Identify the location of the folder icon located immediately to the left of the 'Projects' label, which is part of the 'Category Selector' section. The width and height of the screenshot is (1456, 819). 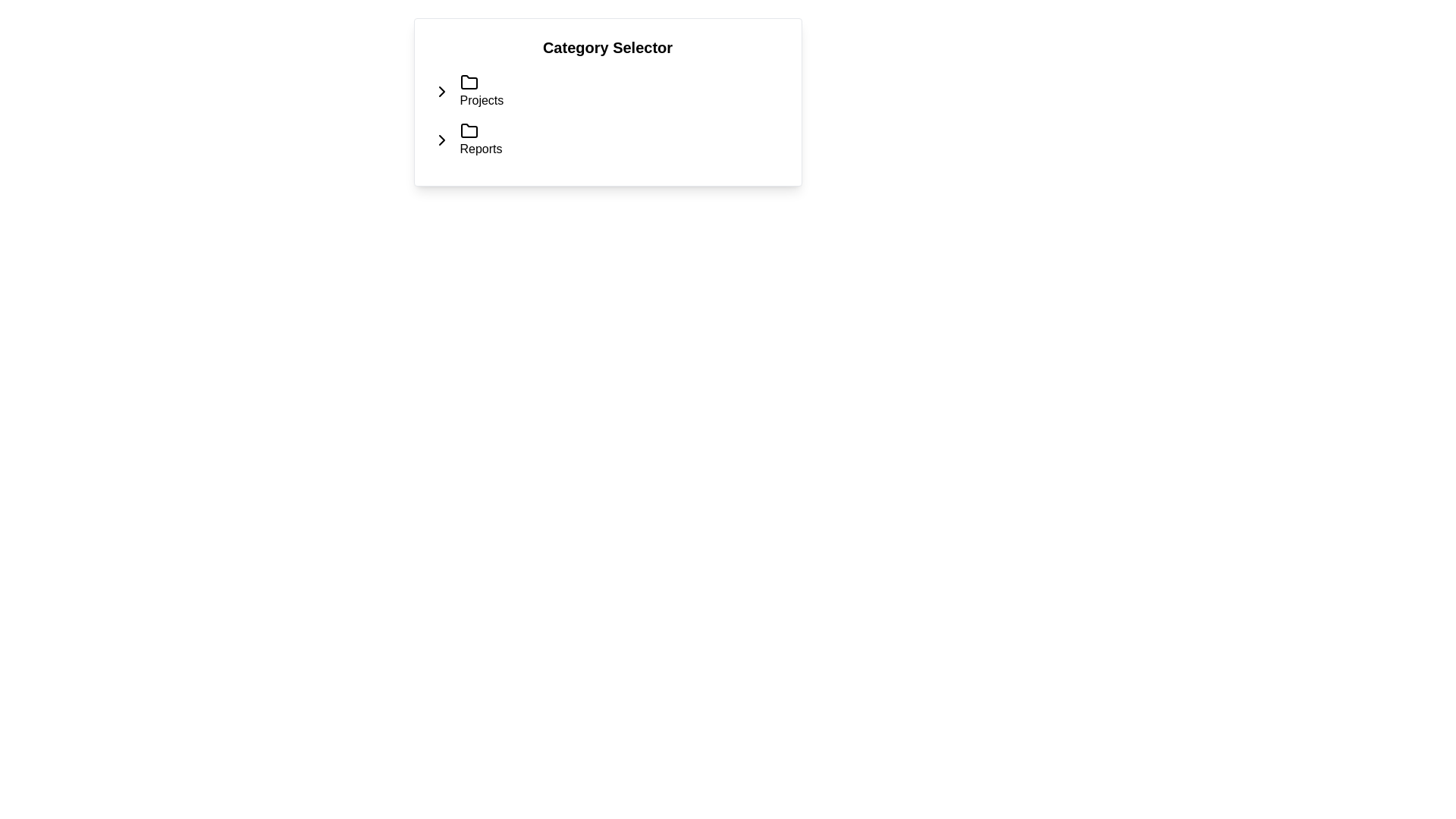
(468, 82).